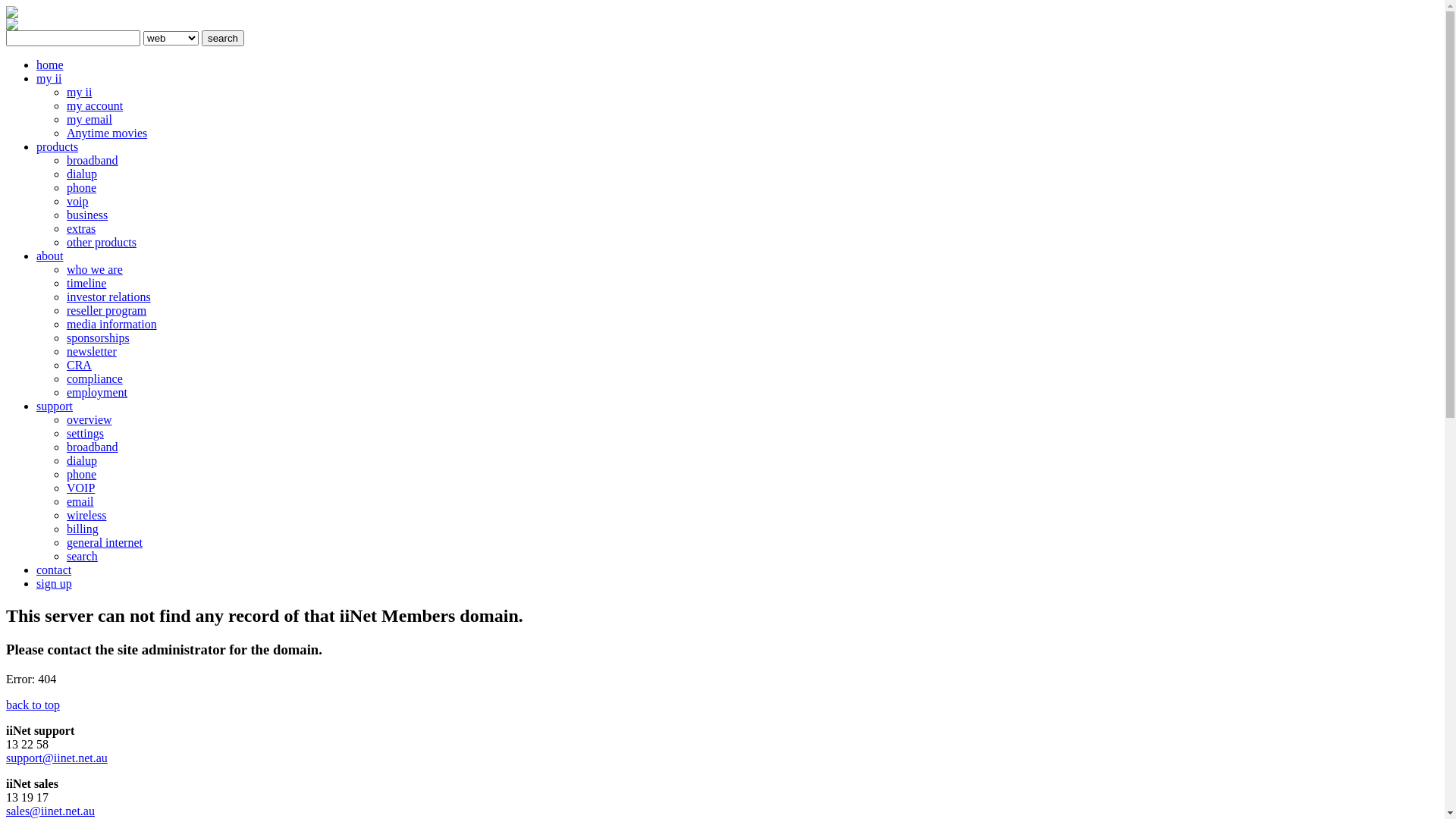 This screenshot has width=1456, height=819. I want to click on 'employment', so click(96, 391).